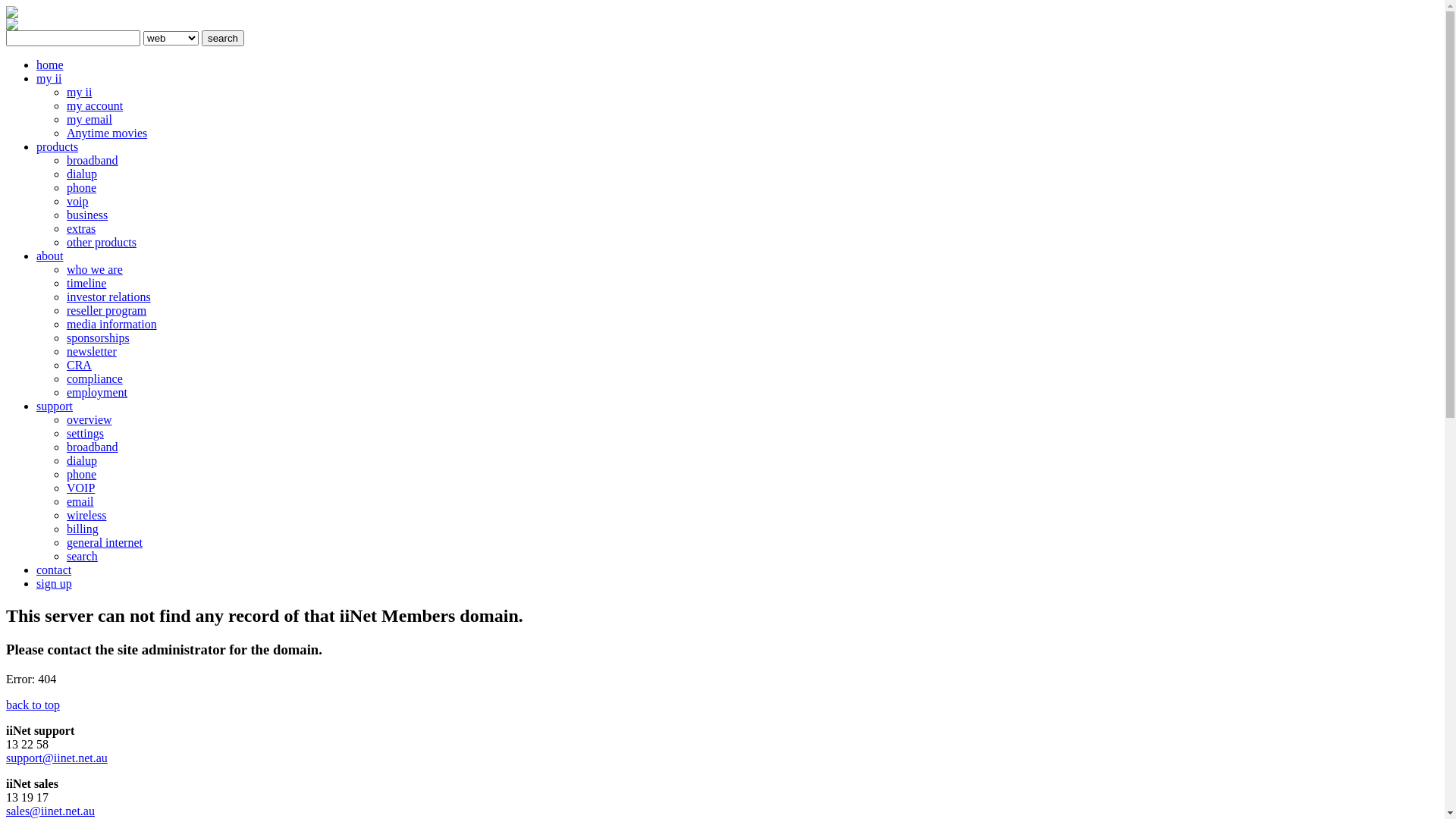 This screenshot has width=1456, height=819. I want to click on 'employment', so click(96, 391).